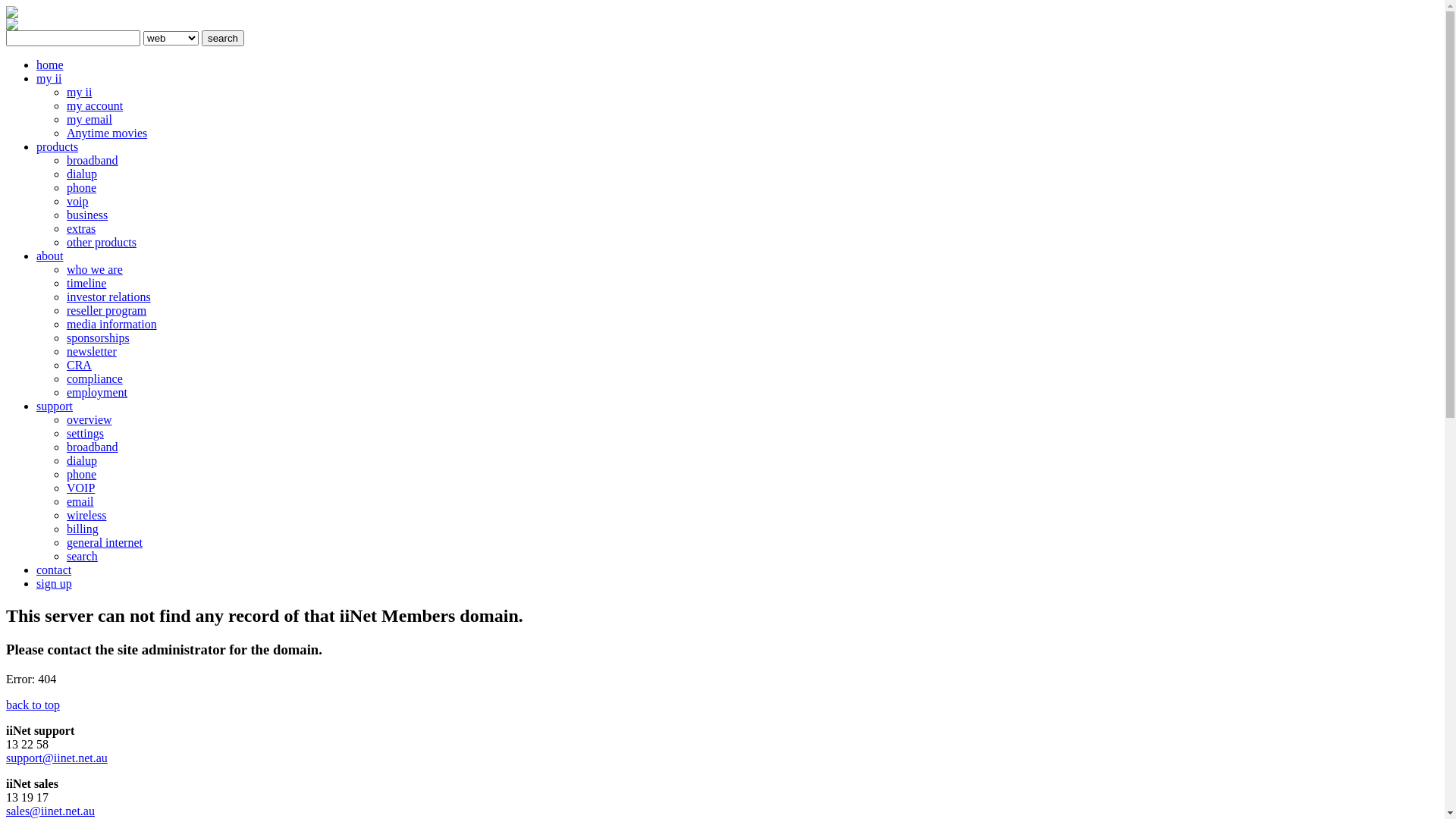 This screenshot has width=1456, height=819. I want to click on 'employment', so click(96, 391).